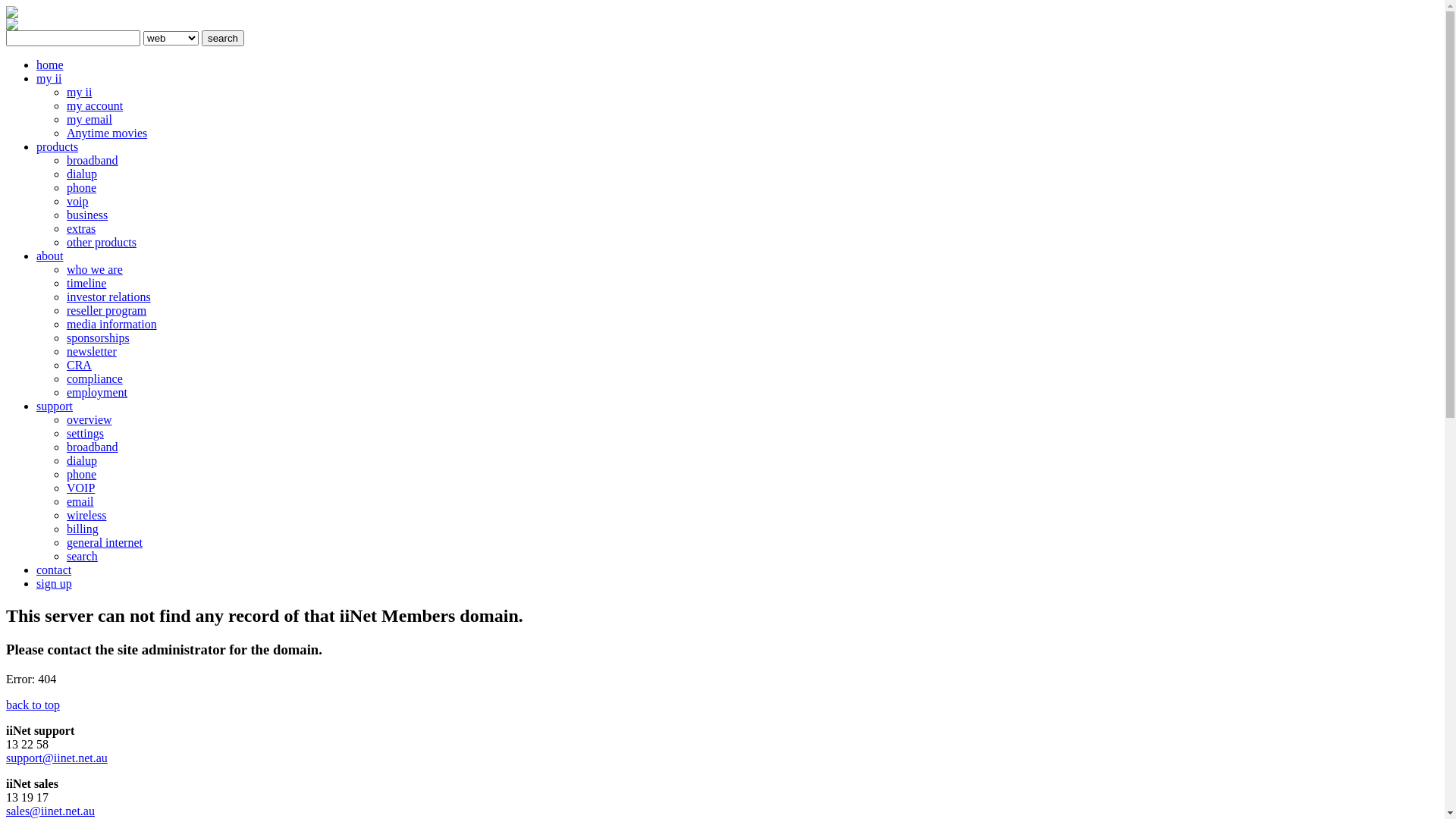 This screenshot has width=1456, height=819. I want to click on 'employment', so click(96, 391).